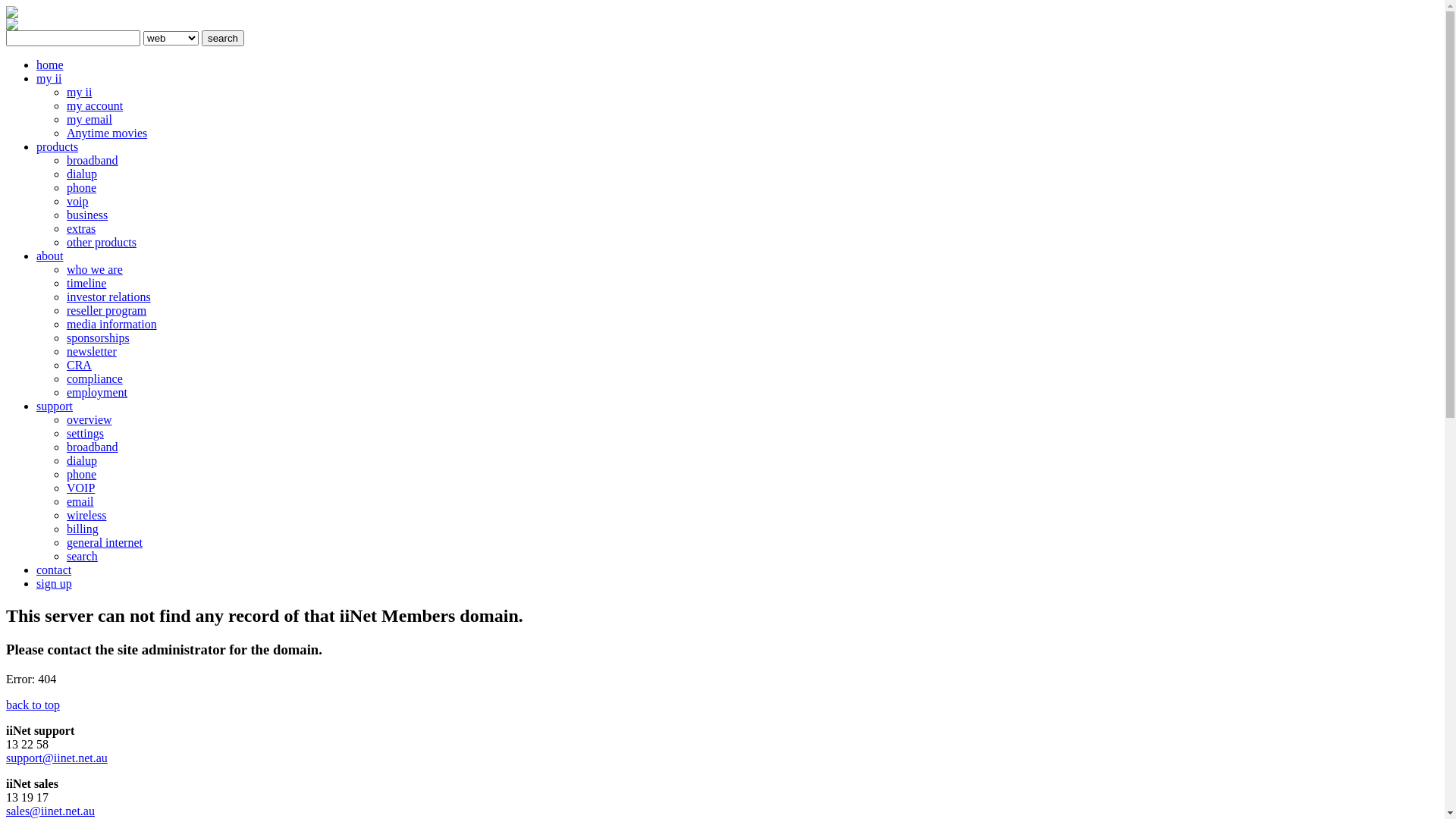 This screenshot has width=1456, height=819. I want to click on 'employment', so click(96, 391).